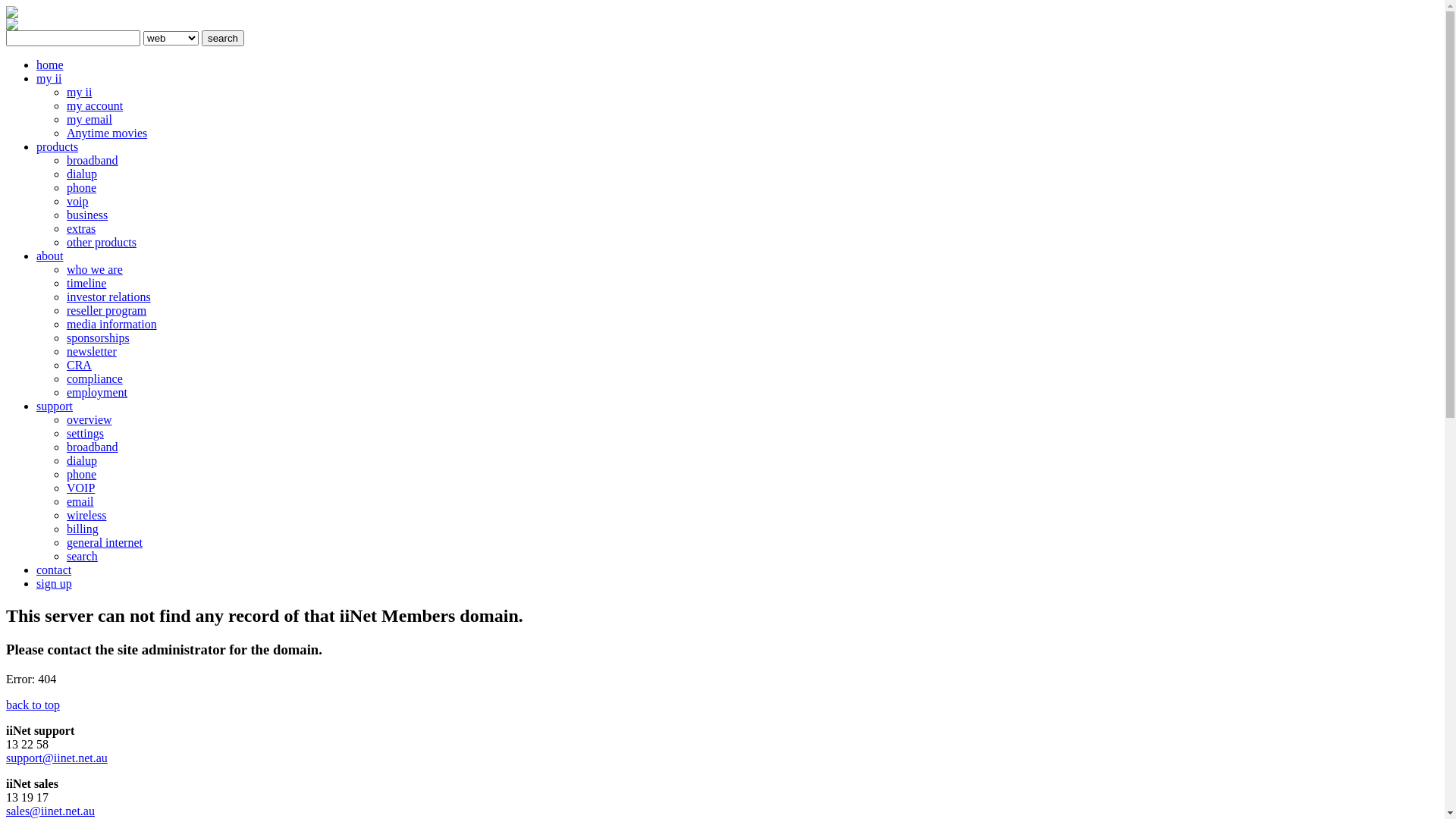 This screenshot has width=1456, height=819. I want to click on 'employment', so click(96, 391).